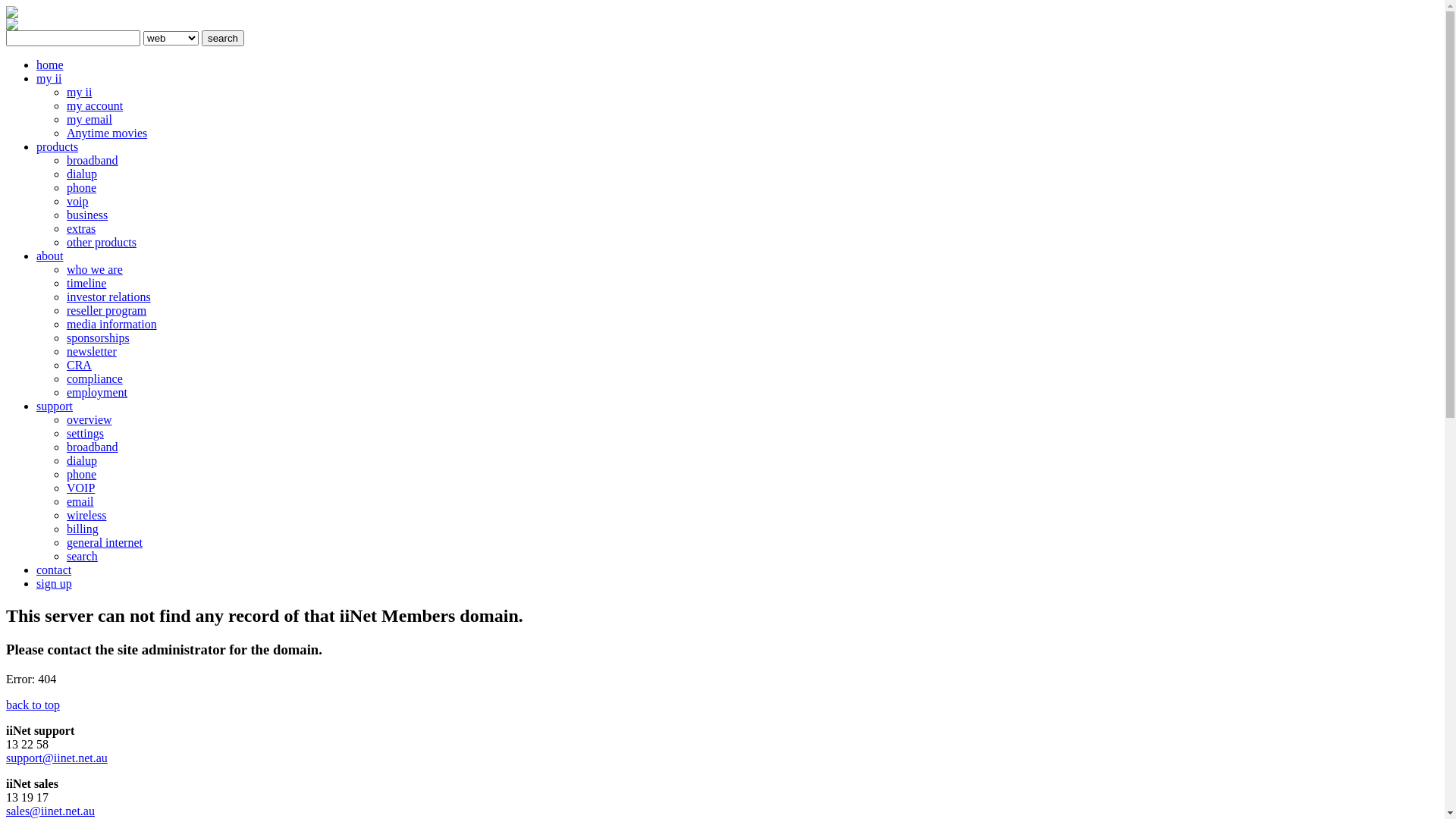 This screenshot has width=1456, height=819. I want to click on 'employment', so click(96, 391).